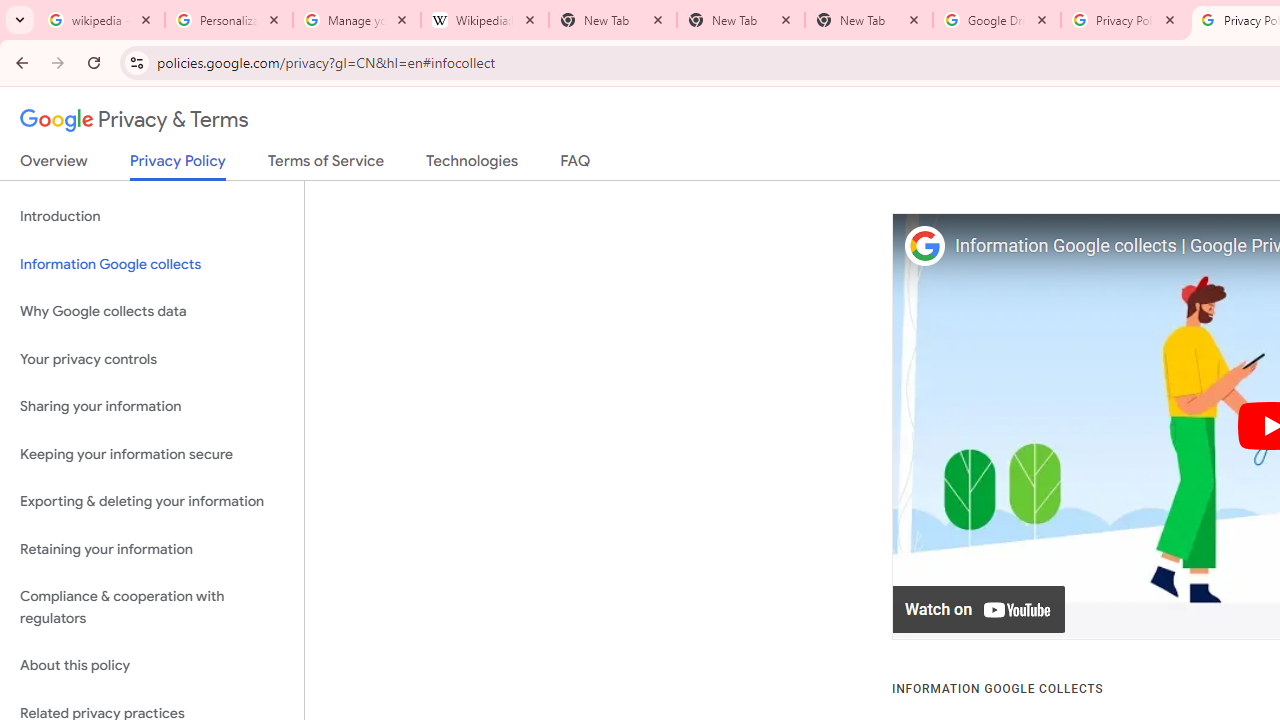  I want to click on 'About this policy', so click(151, 666).